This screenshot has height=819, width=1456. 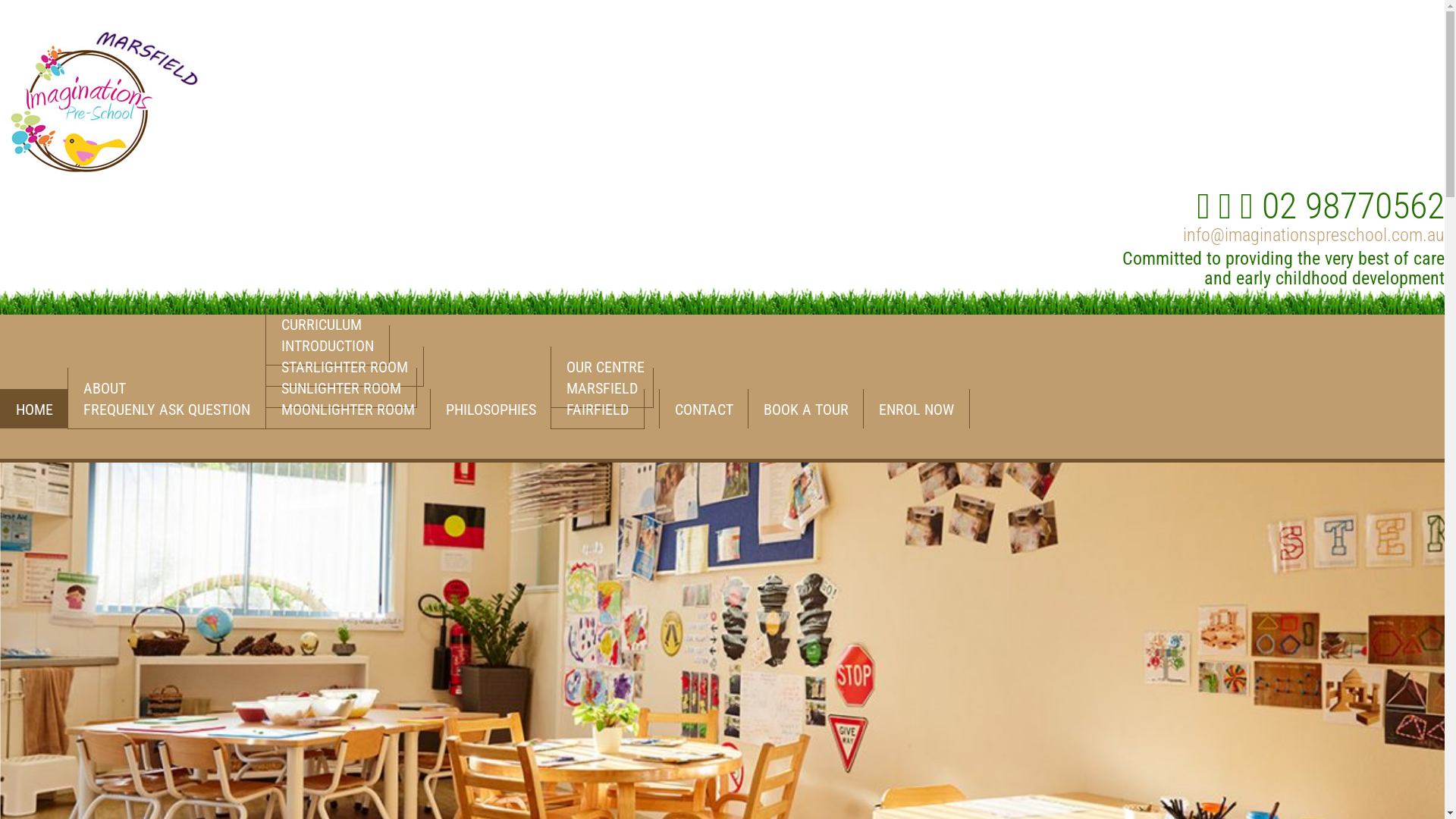 What do you see at coordinates (702, 408) in the screenshot?
I see `'CONTACT'` at bounding box center [702, 408].